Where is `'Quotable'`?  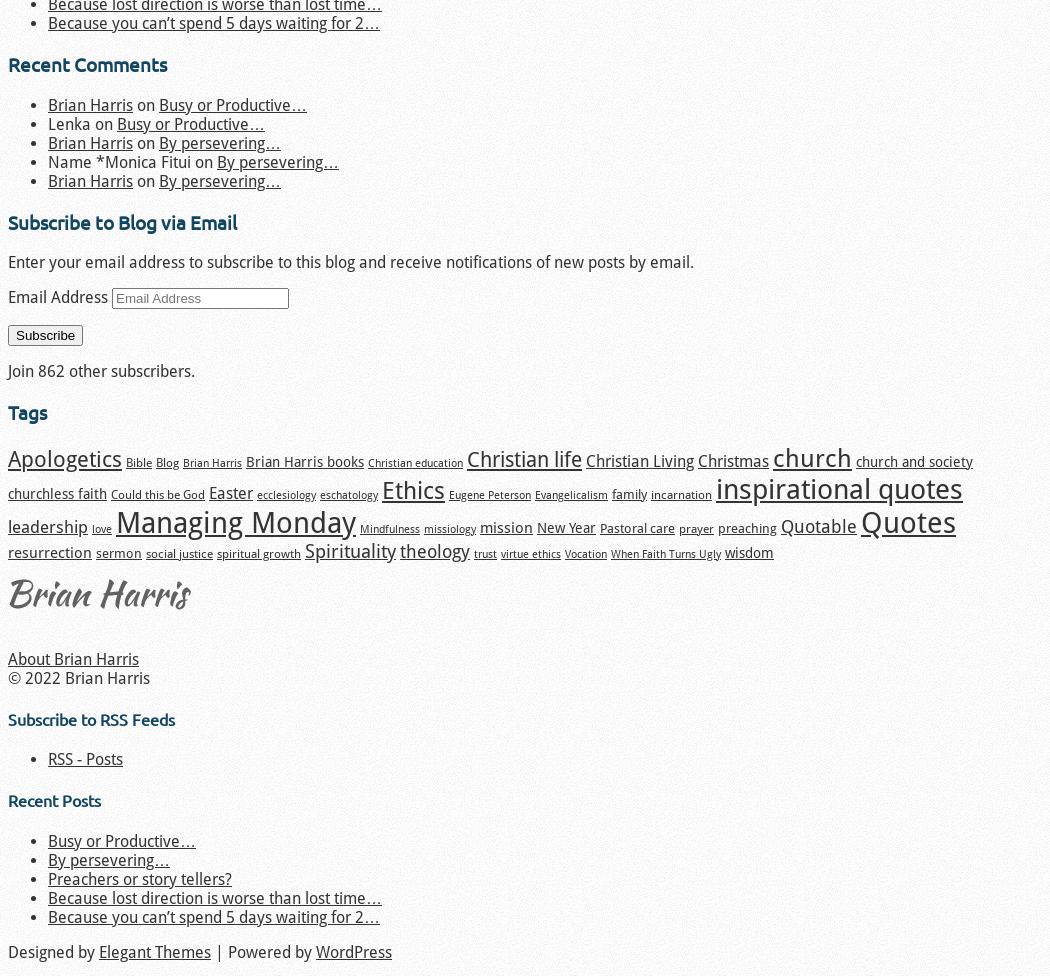 'Quotable' is located at coordinates (780, 525).